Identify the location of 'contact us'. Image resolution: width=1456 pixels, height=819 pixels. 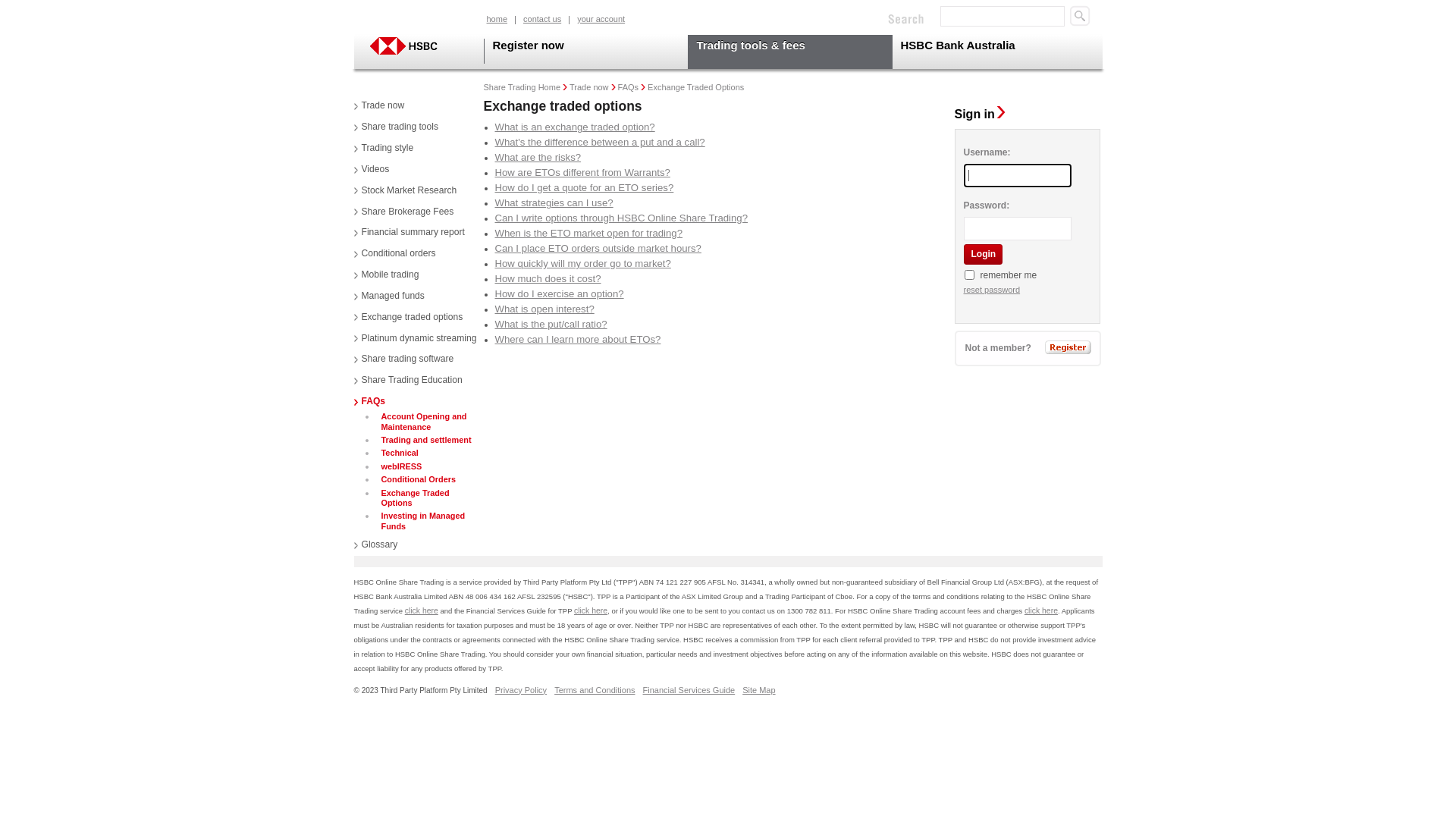
(542, 20).